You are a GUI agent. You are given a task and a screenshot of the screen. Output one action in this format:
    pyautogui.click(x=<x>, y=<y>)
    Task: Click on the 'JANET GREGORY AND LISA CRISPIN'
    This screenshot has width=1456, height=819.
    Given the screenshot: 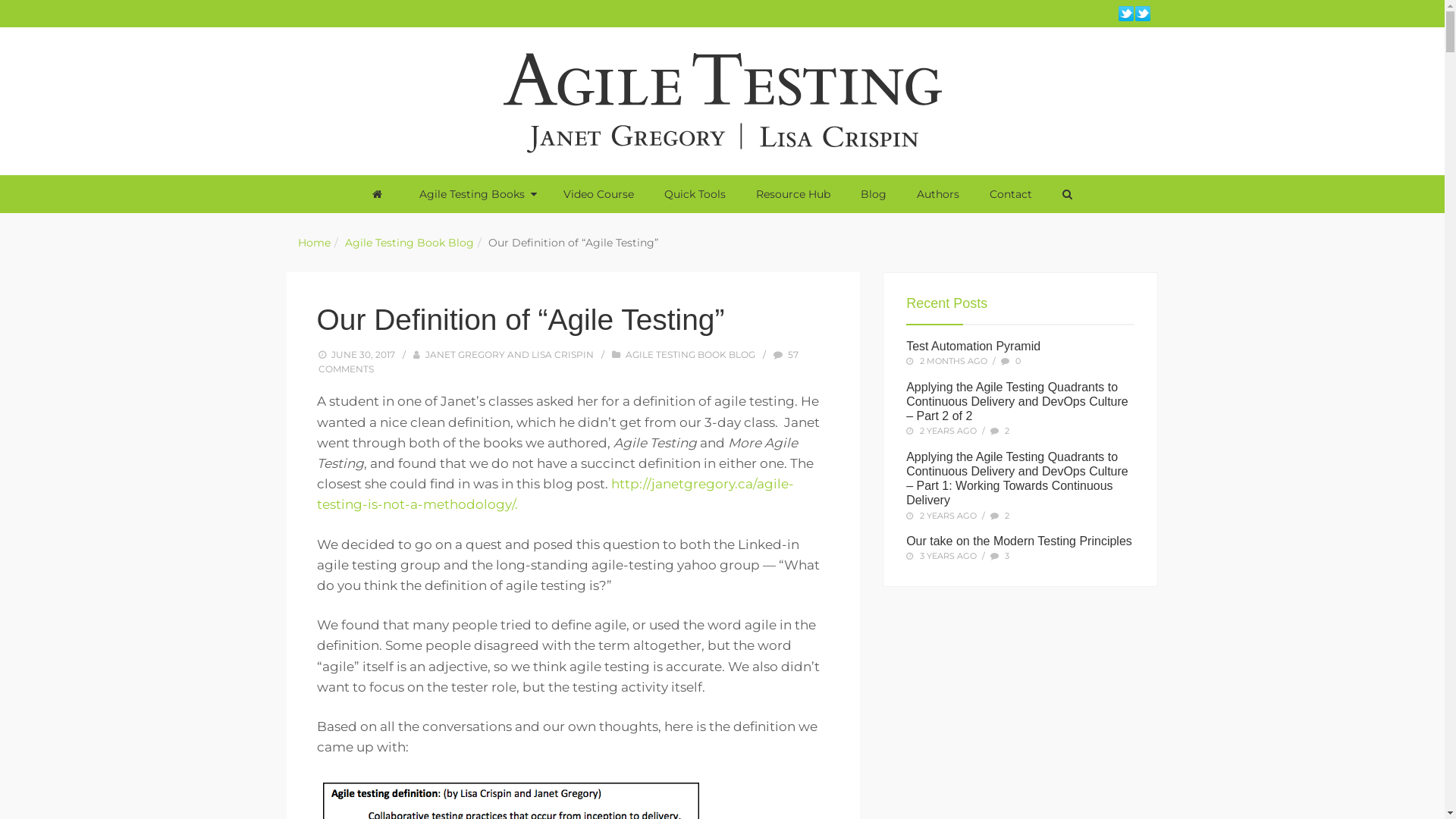 What is the action you would take?
    pyautogui.click(x=510, y=354)
    